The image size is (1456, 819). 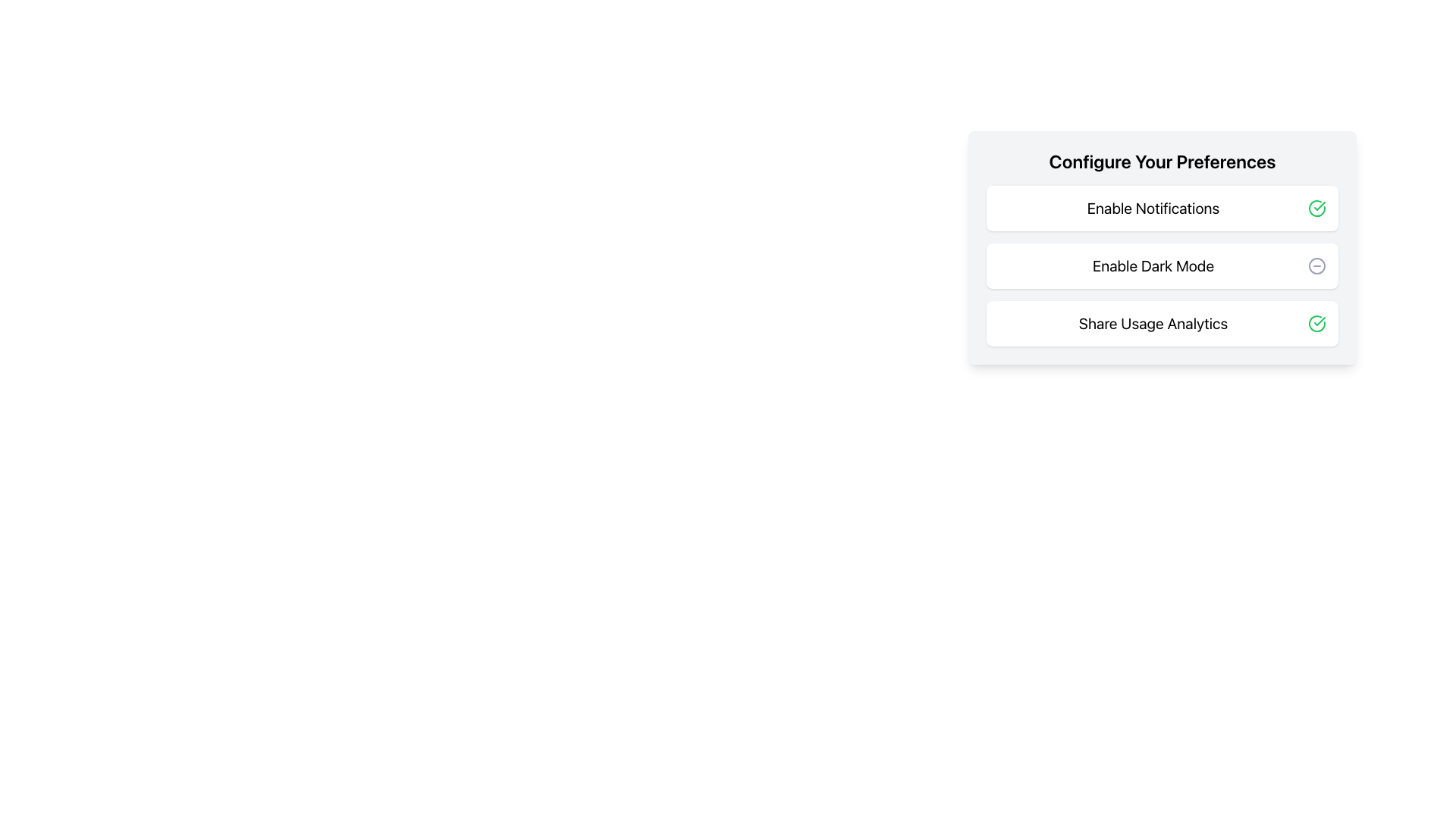 What do you see at coordinates (1161, 323) in the screenshot?
I see `the 'Share Usage Analytics' card, which is the third item in a list of preference options` at bounding box center [1161, 323].